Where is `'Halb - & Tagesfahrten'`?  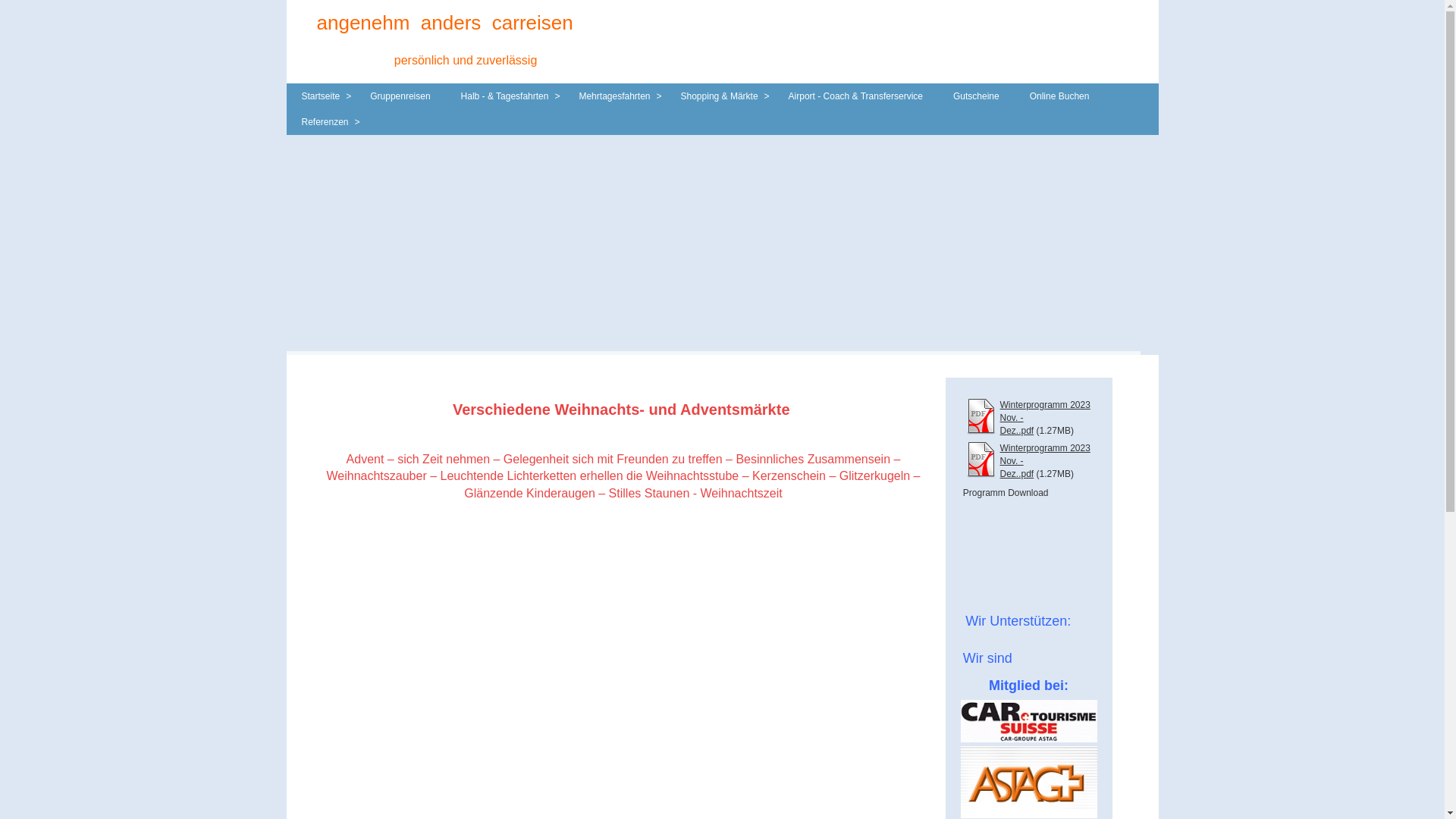
'Halb - & Tagesfahrten' is located at coordinates (505, 96).